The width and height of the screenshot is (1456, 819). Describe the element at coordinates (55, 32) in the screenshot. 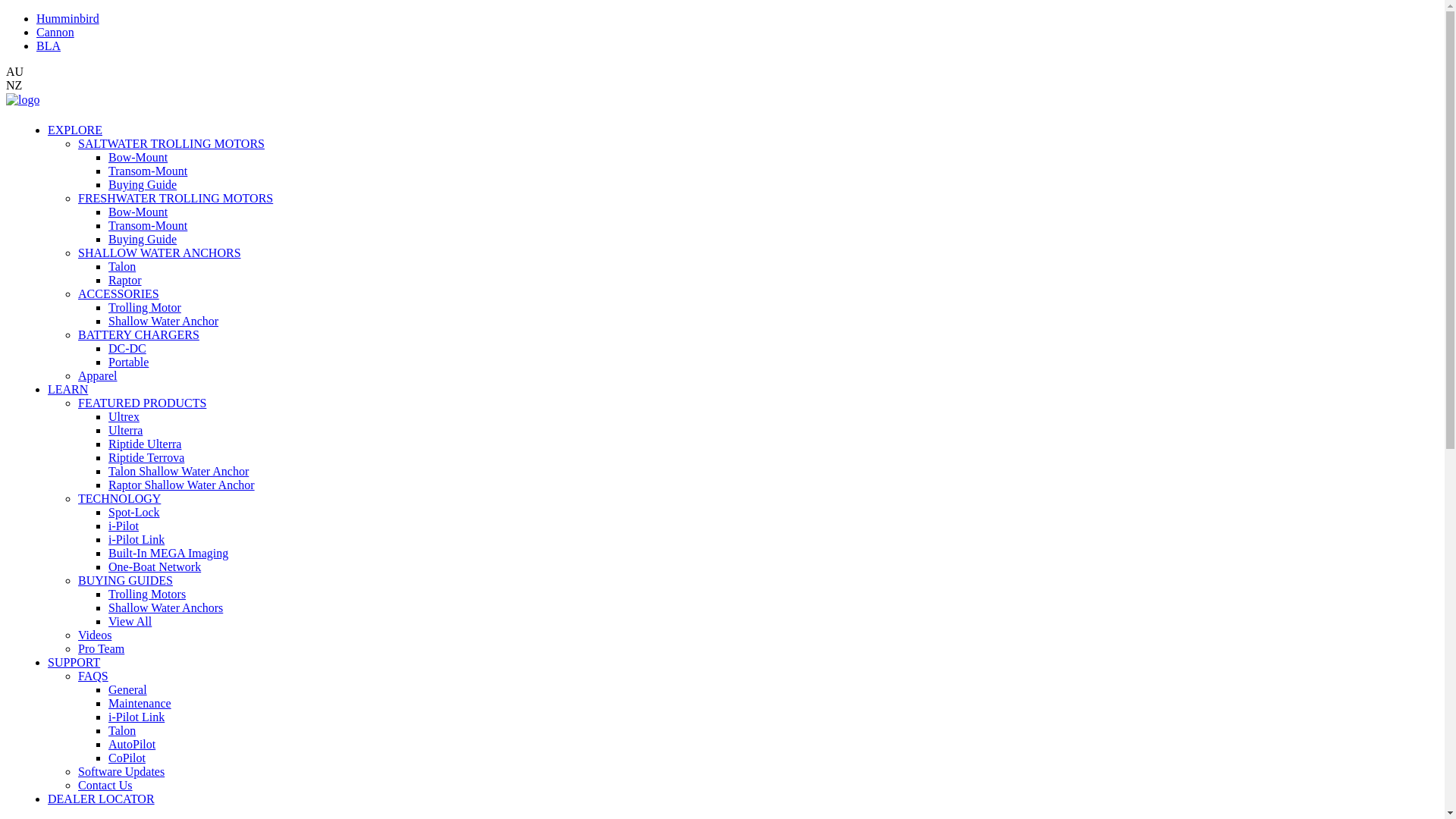

I see `'Cannon'` at that location.